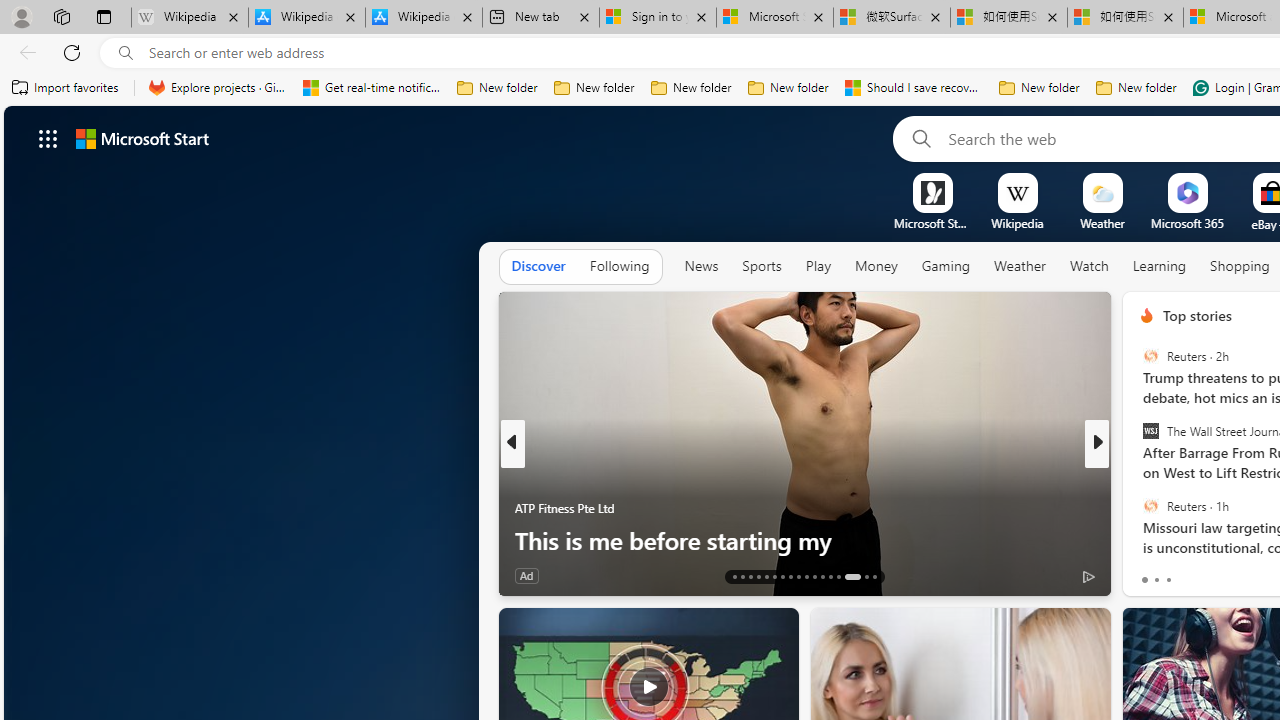 This screenshot has width=1280, height=720. Describe the element at coordinates (757, 577) in the screenshot. I see `'AutomationID: tab-16'` at that location.